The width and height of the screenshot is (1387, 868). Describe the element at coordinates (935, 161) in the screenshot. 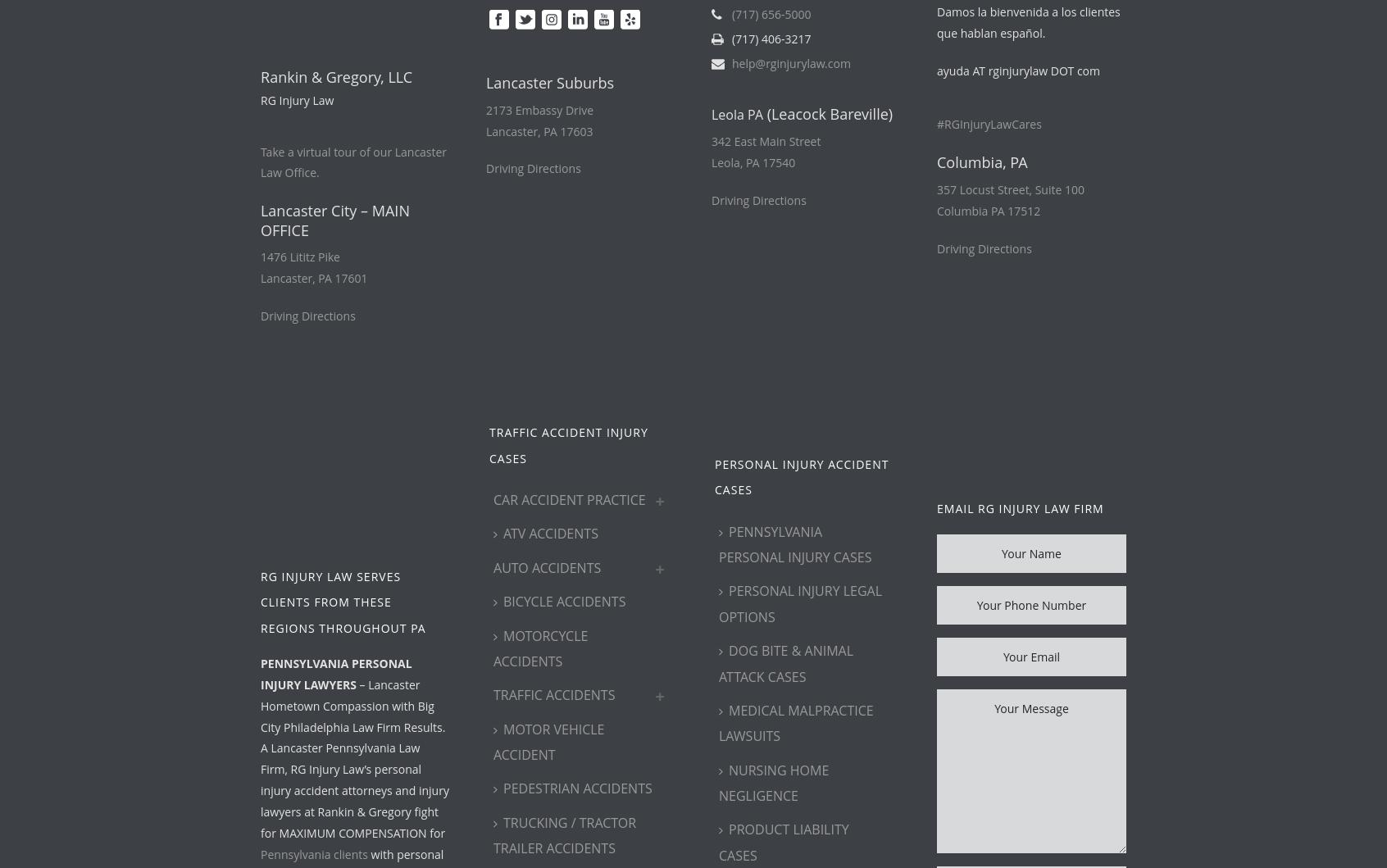

I see `'Columbia, PA'` at that location.